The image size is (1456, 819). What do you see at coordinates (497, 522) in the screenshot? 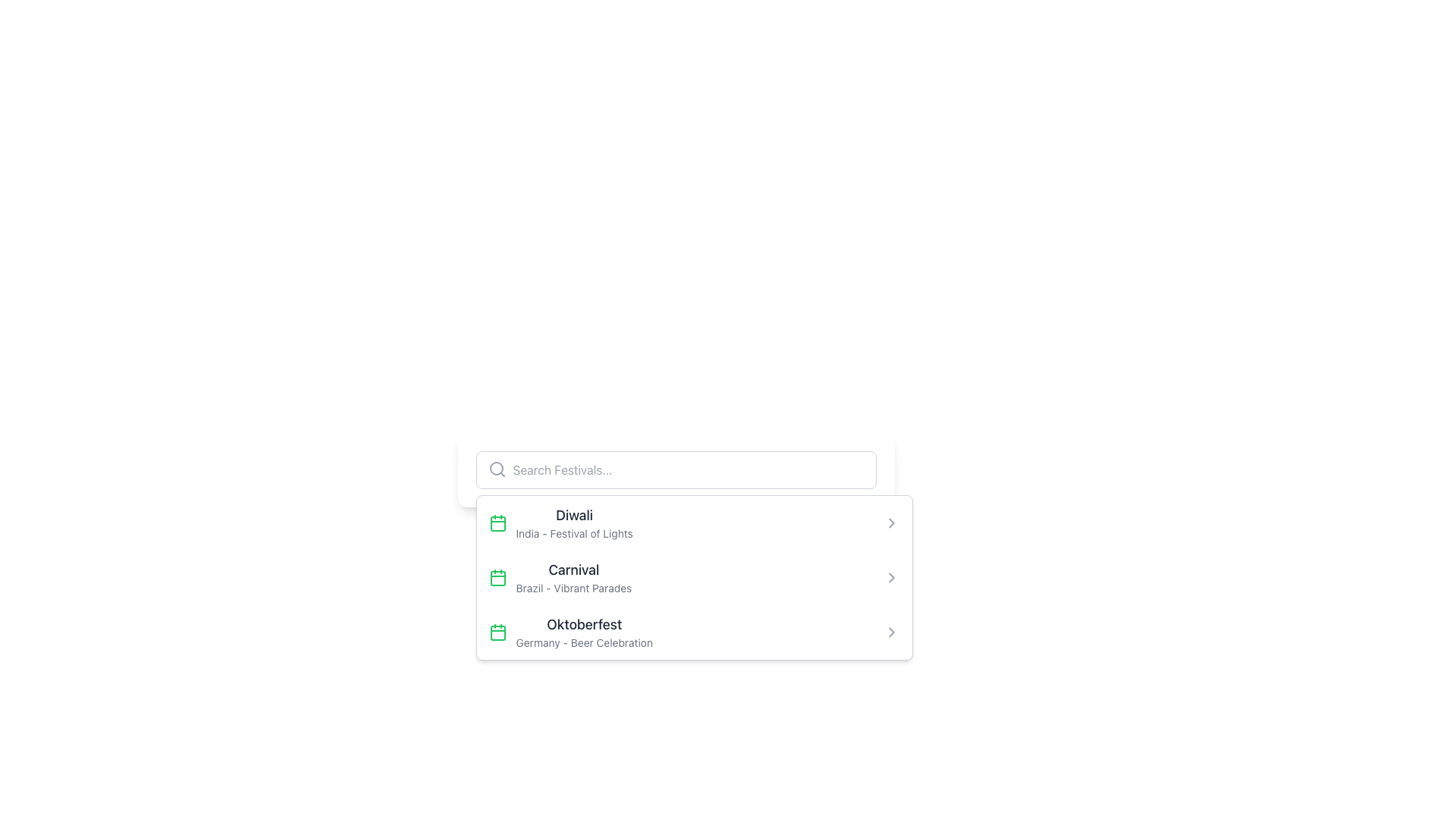
I see `the green rectangular calendar icon located to the left of the 'Carnival - Brazil - Vibrant Parades' list item` at bounding box center [497, 522].